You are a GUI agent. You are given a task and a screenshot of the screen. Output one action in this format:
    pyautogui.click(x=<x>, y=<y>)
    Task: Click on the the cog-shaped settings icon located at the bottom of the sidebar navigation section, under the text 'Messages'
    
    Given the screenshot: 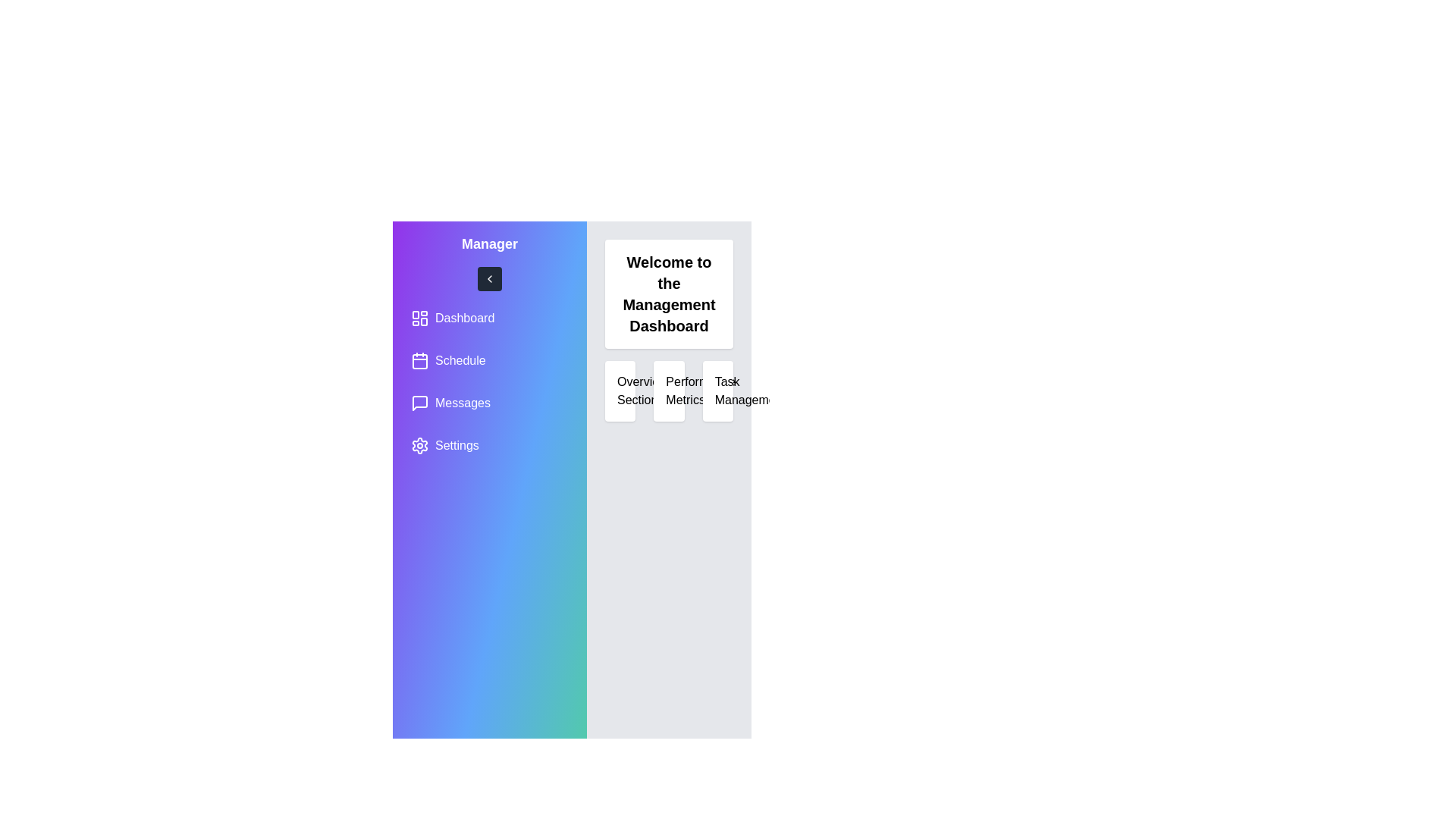 What is the action you would take?
    pyautogui.click(x=419, y=444)
    